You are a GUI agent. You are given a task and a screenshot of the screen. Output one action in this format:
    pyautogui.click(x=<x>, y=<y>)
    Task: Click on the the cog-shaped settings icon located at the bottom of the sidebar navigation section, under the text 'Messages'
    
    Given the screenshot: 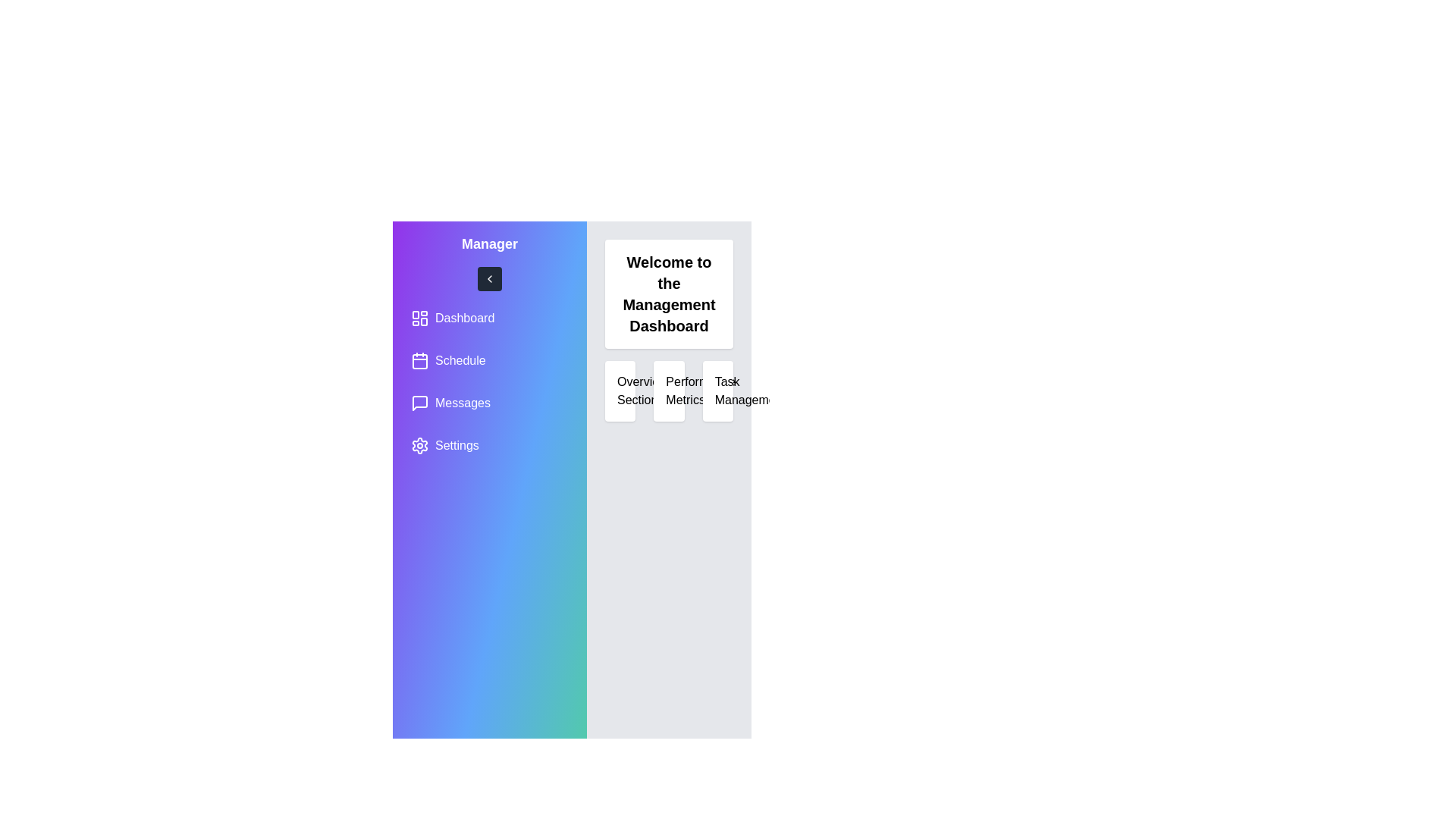 What is the action you would take?
    pyautogui.click(x=419, y=444)
    